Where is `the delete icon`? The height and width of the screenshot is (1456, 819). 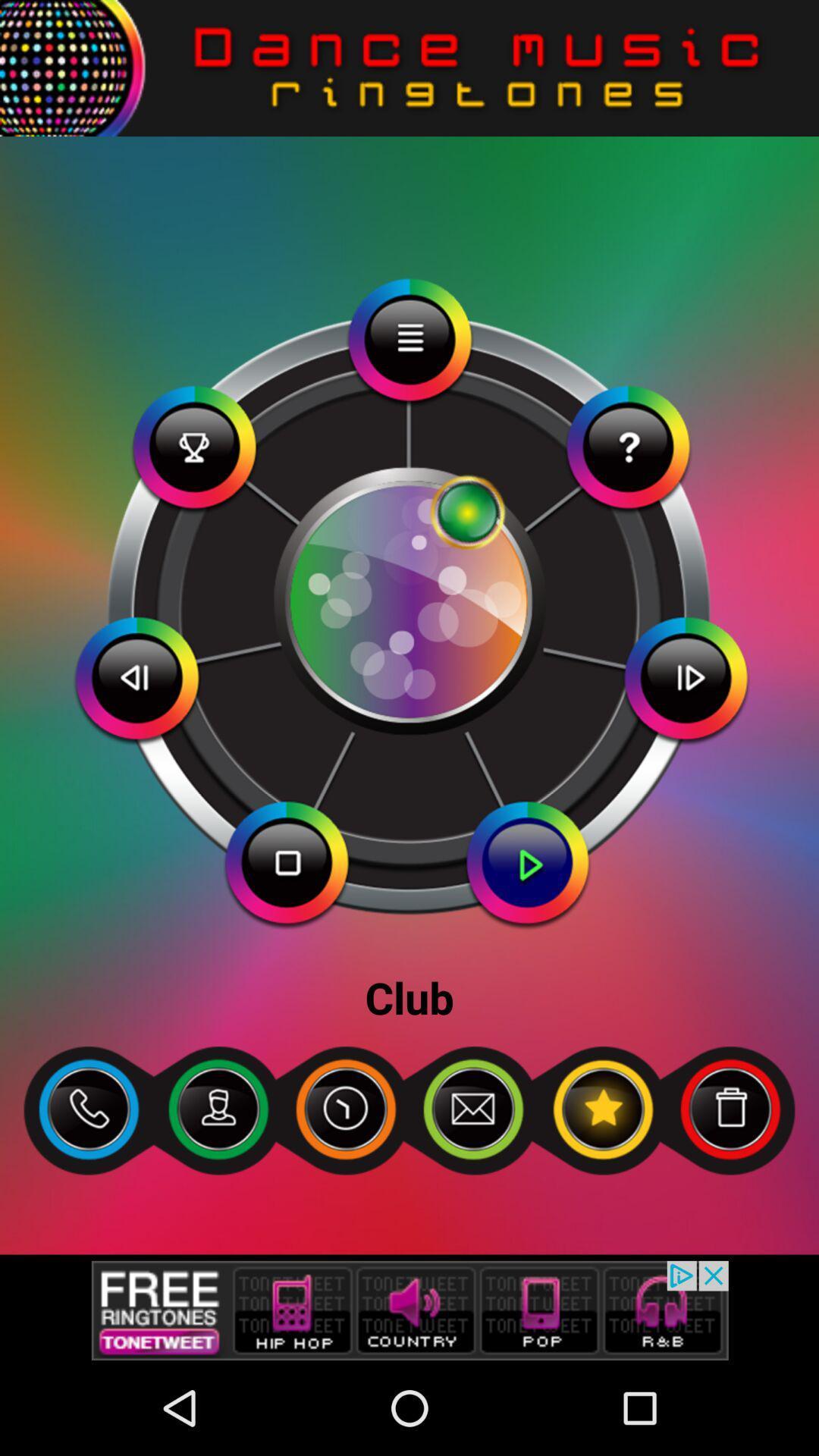 the delete icon is located at coordinates (730, 1188).